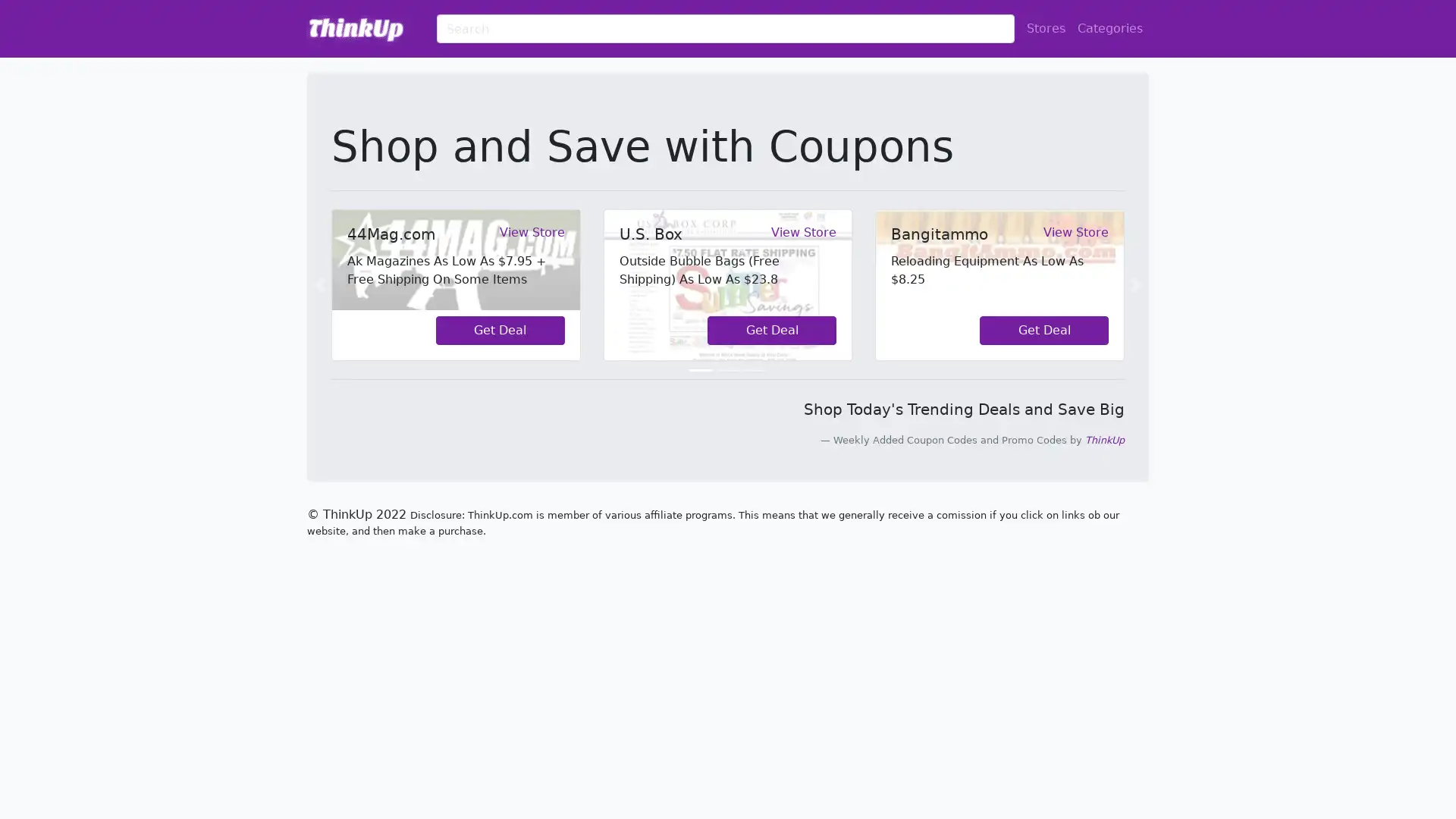 Image resolution: width=1456 pixels, height=819 pixels. Describe the element at coordinates (319, 284) in the screenshot. I see `Previous` at that location.